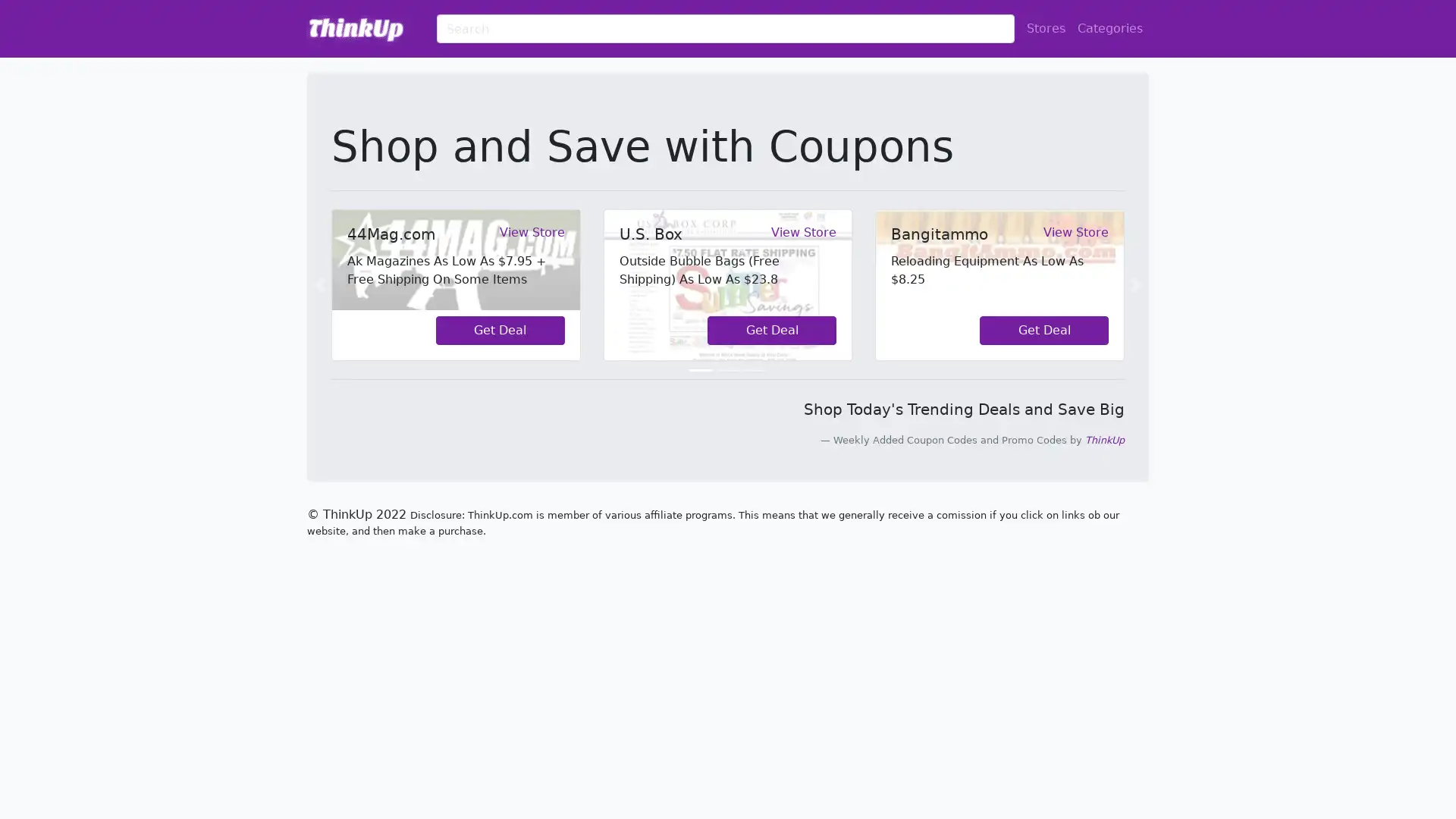 Image resolution: width=1456 pixels, height=819 pixels. Describe the element at coordinates (319, 284) in the screenshot. I see `Previous` at that location.